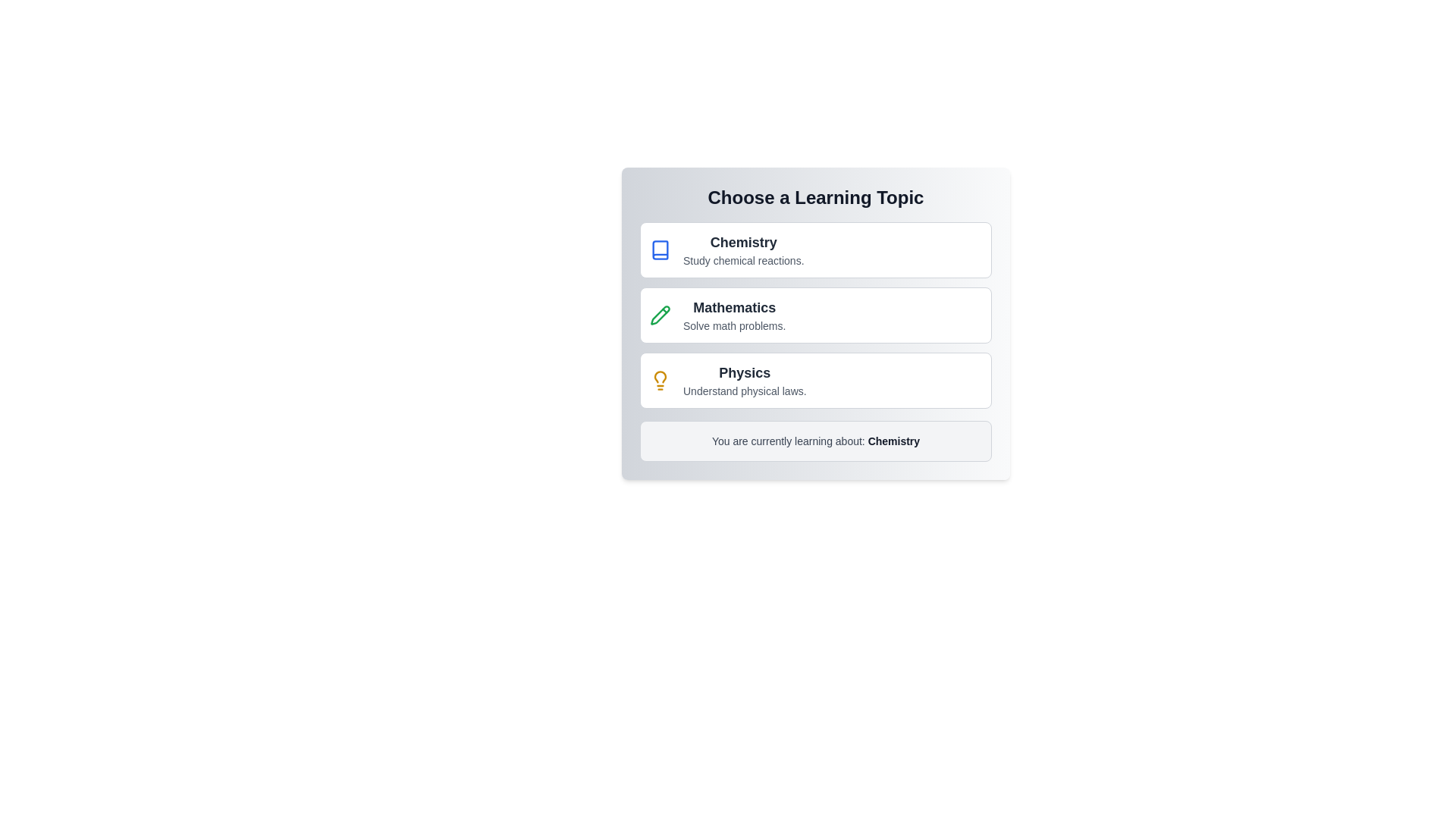  What do you see at coordinates (734, 307) in the screenshot?
I see `text label that serves as the title for the 'Mathematics' selection card, located at the top center of the application` at bounding box center [734, 307].